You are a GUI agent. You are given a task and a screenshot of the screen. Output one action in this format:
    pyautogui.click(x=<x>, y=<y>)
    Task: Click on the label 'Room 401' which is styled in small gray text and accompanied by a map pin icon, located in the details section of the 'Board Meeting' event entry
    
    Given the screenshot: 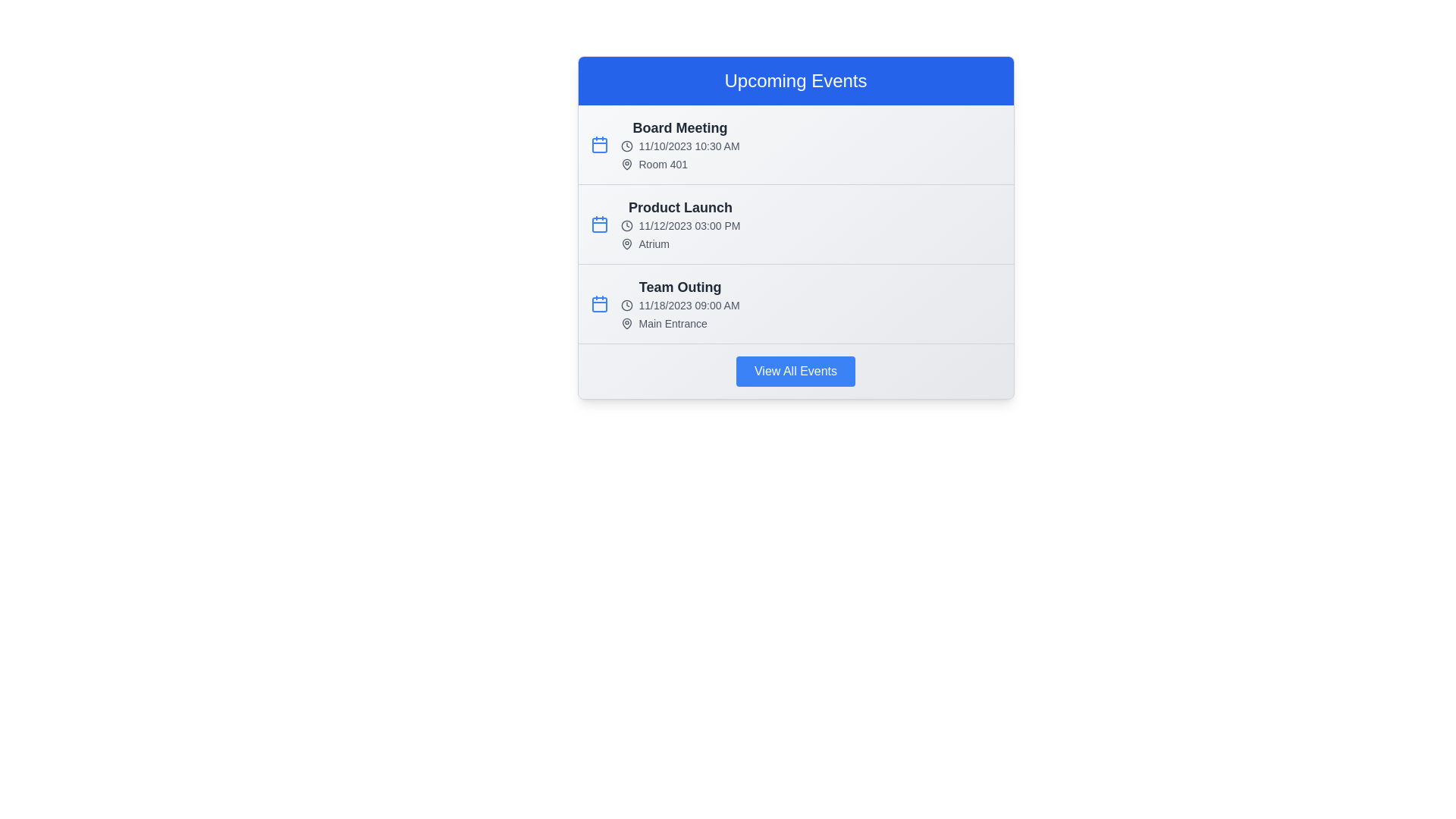 What is the action you would take?
    pyautogui.click(x=679, y=164)
    